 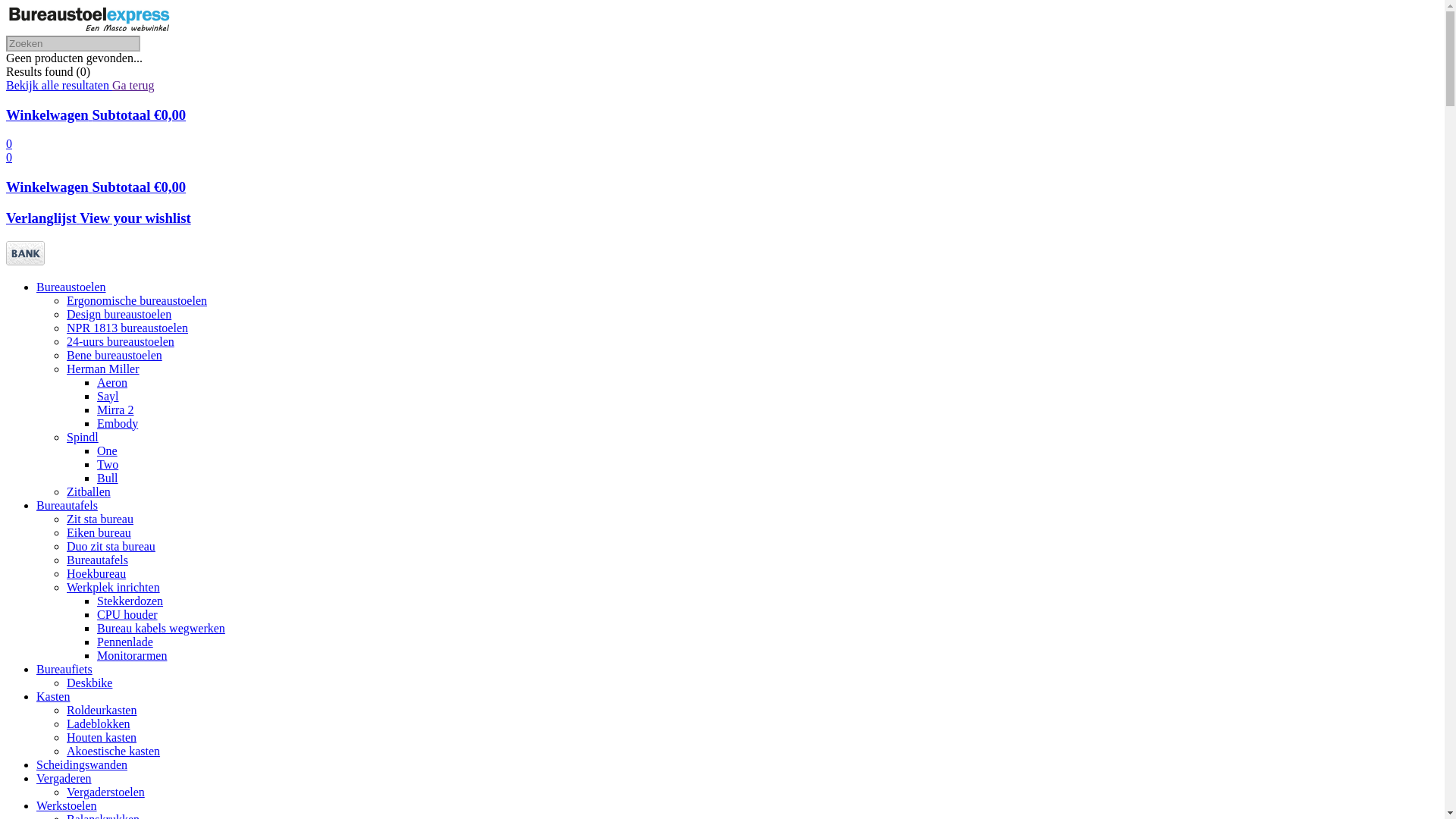 I want to click on 'Bull', so click(x=96, y=478).